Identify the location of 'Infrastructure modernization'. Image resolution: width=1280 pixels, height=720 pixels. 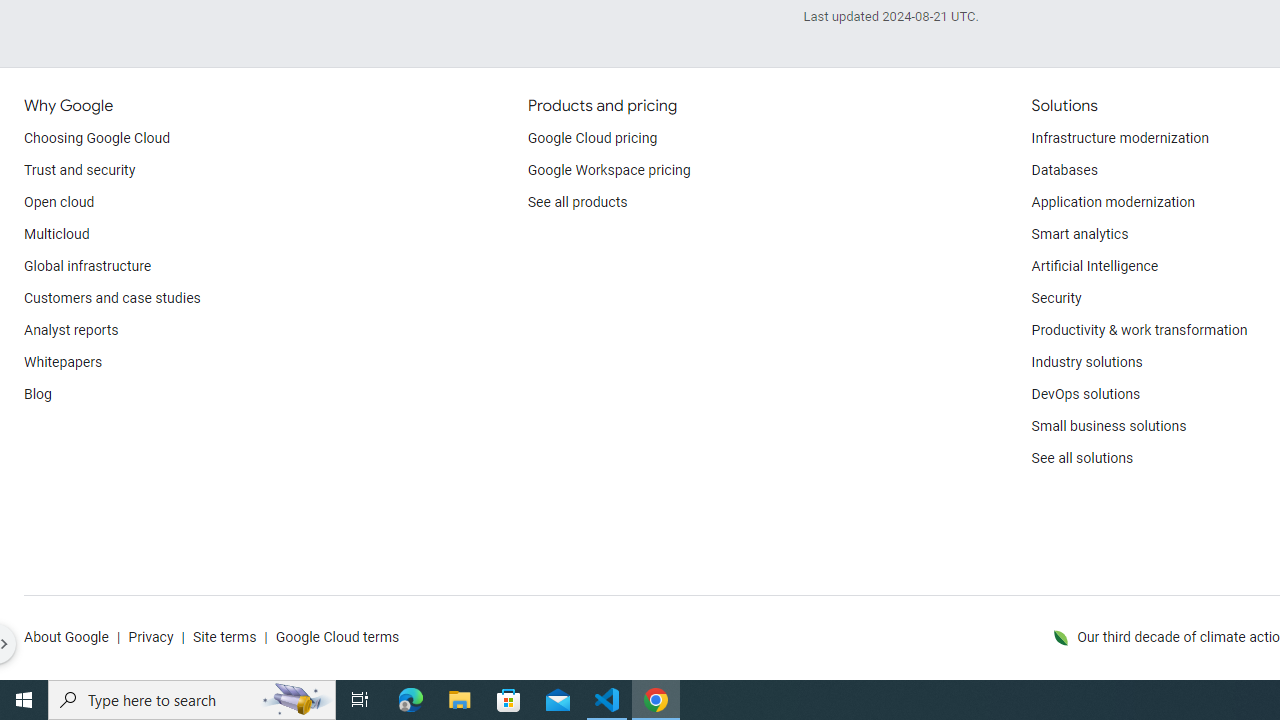
(1120, 137).